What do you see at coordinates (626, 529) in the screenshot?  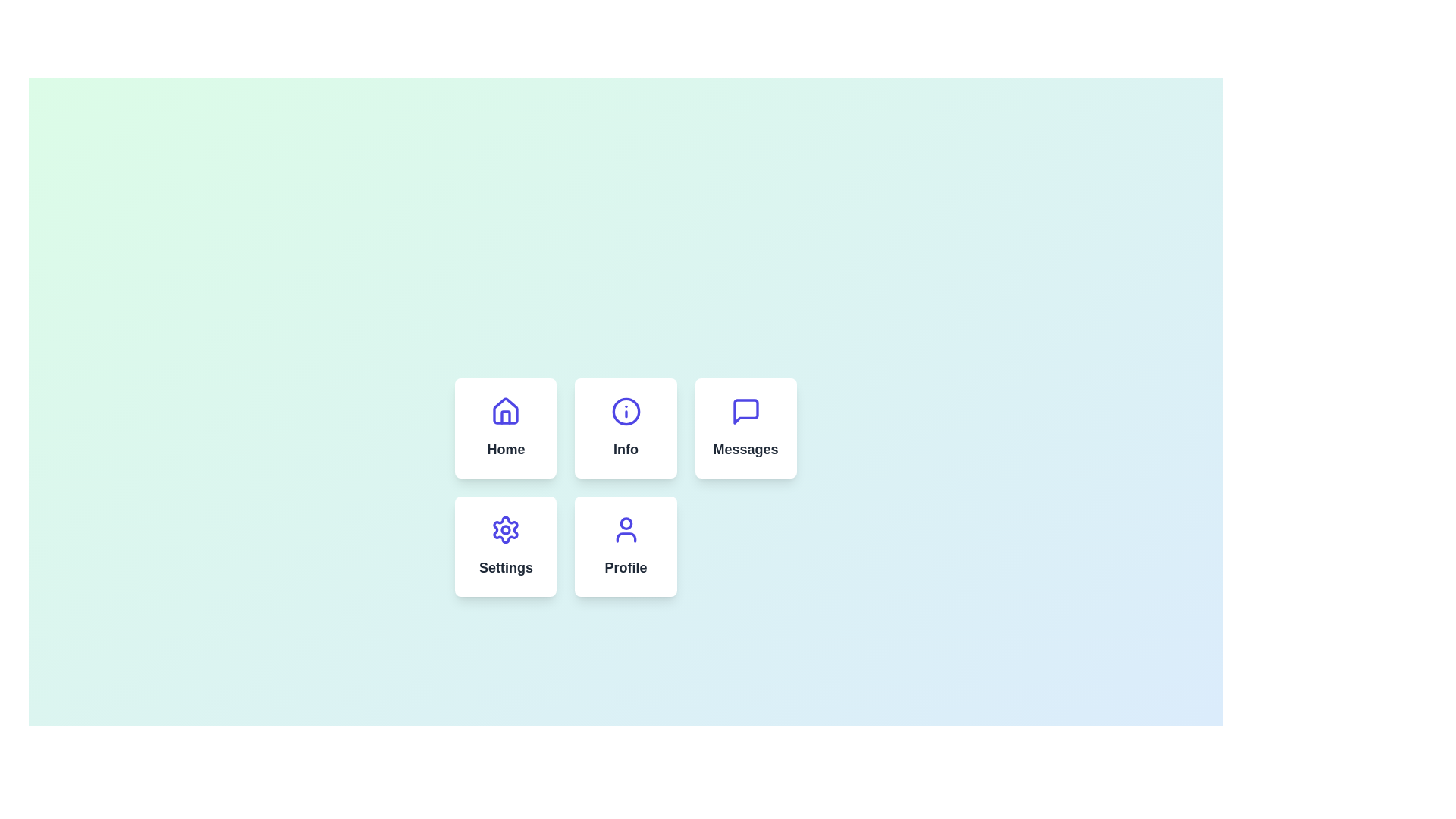 I see `the user profile icon which has a circular head shape and a purple-blue stroke, located within the 'Profile' card at the bottom row of a 3x2 grid layout` at bounding box center [626, 529].